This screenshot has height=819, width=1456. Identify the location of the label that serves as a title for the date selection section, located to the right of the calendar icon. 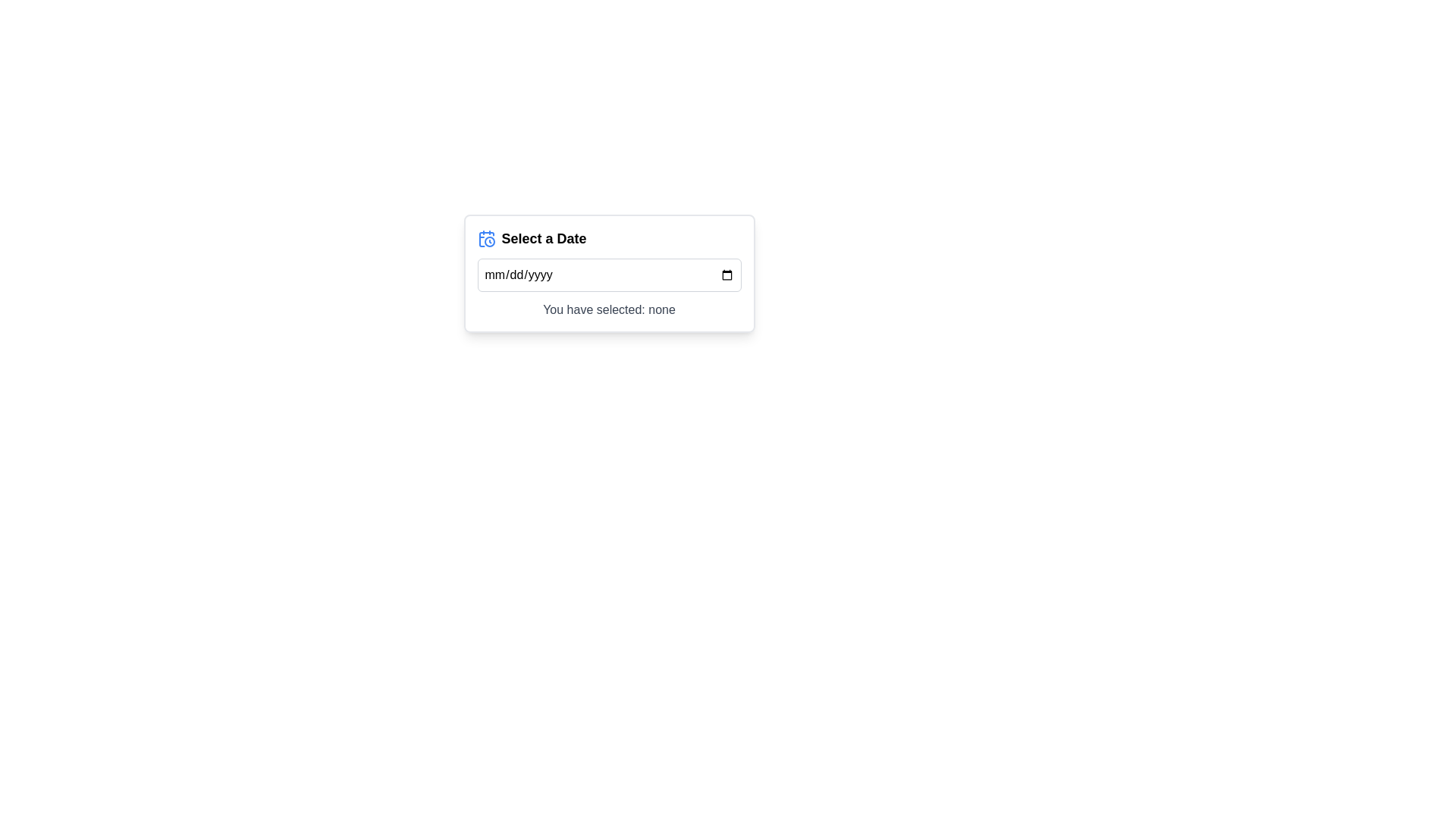
(544, 239).